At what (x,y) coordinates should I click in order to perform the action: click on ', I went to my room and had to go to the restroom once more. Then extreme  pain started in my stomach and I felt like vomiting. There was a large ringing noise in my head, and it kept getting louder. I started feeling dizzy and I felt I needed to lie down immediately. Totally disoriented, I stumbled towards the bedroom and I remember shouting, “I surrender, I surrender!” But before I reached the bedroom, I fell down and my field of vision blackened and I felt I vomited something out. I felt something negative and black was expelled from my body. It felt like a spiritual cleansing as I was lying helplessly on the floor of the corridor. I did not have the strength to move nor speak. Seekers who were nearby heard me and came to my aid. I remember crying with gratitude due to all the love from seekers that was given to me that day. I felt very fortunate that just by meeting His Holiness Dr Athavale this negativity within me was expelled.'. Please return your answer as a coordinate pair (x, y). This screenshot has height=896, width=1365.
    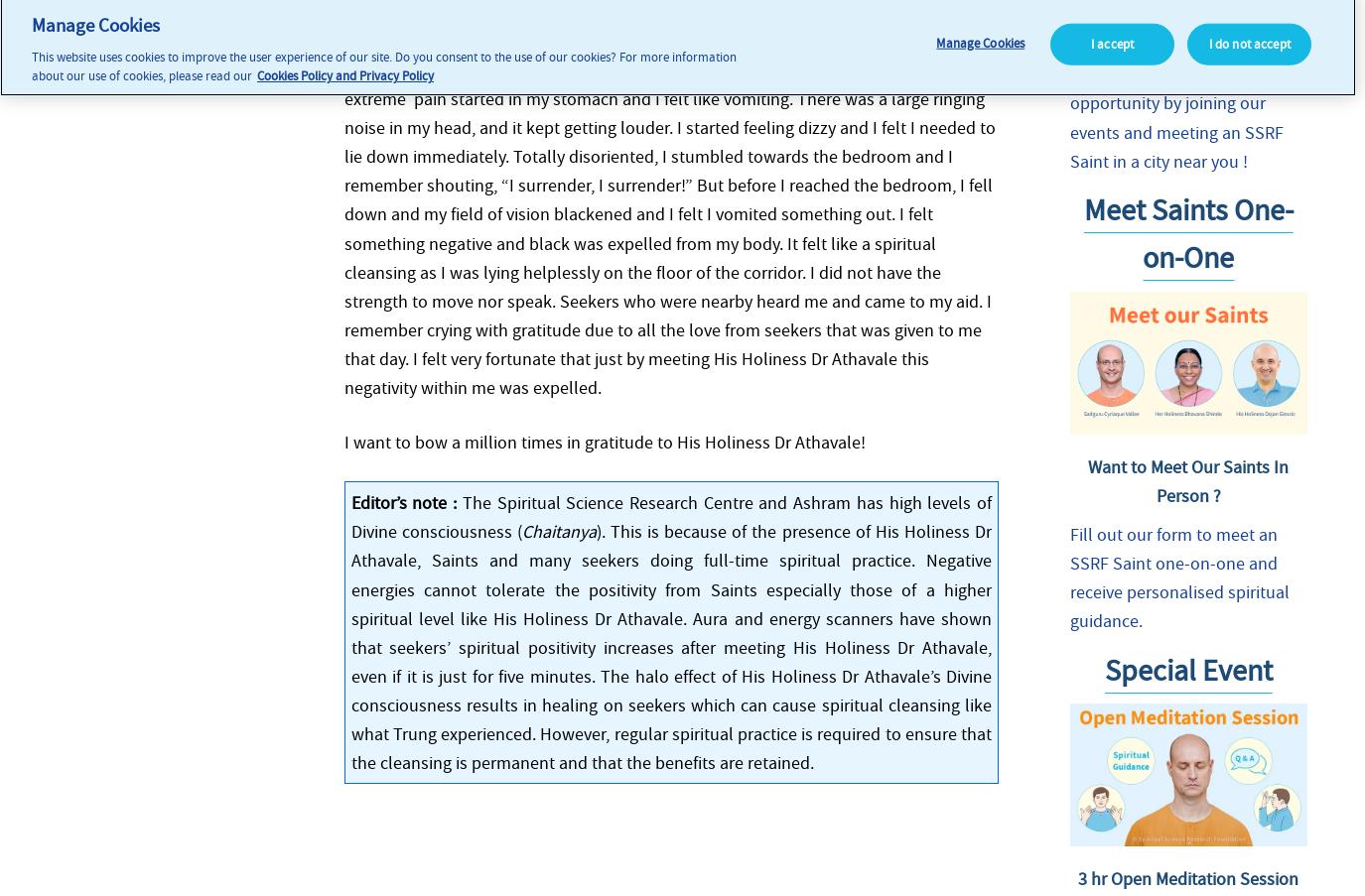
    Looking at the image, I should click on (668, 227).